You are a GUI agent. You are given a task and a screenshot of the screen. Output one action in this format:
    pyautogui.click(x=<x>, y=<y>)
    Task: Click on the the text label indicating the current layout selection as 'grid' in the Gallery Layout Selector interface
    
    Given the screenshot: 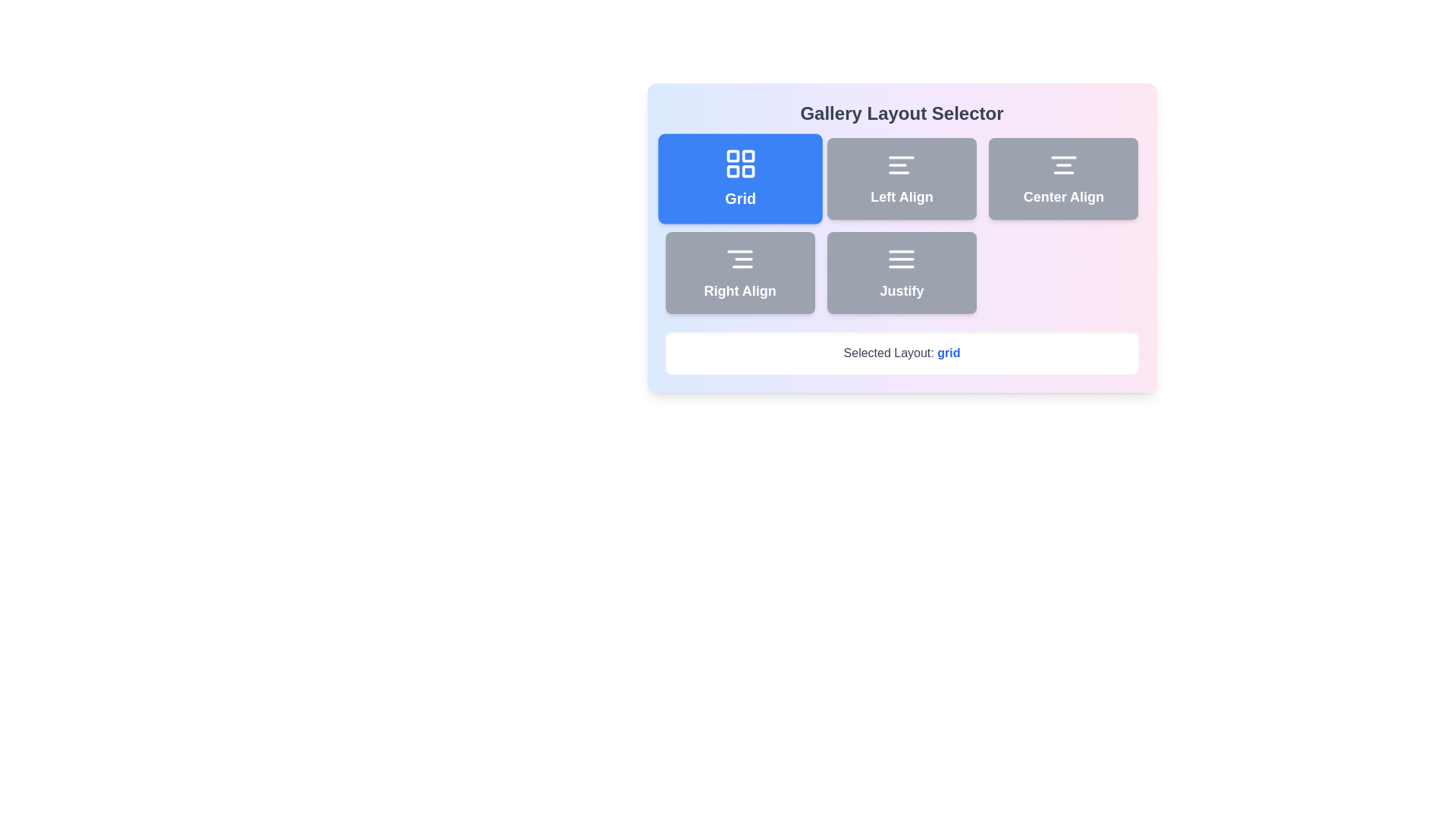 What is the action you would take?
    pyautogui.click(x=902, y=353)
    